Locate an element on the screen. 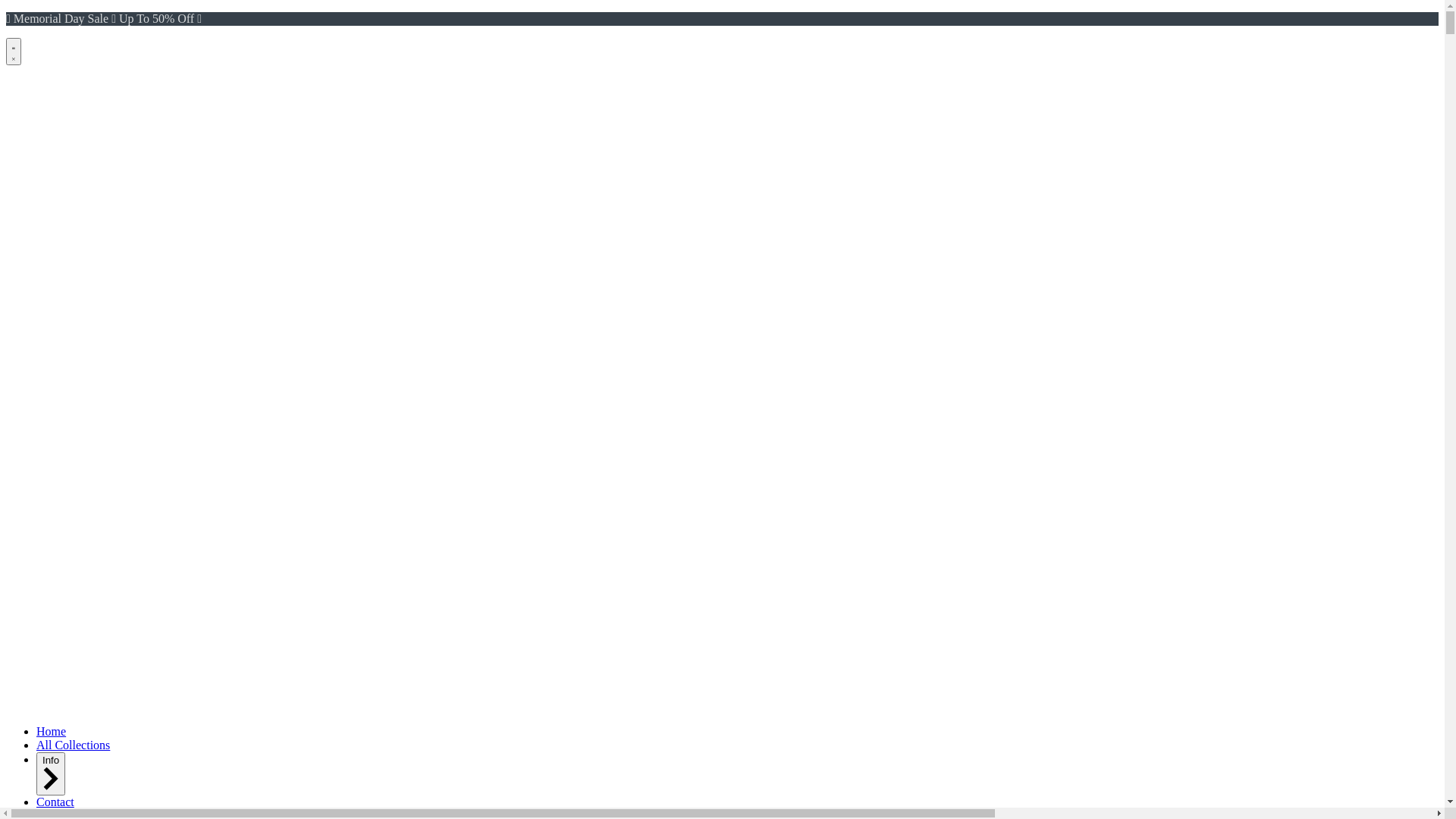 This screenshot has height=819, width=1456. 'Info' is located at coordinates (51, 773).